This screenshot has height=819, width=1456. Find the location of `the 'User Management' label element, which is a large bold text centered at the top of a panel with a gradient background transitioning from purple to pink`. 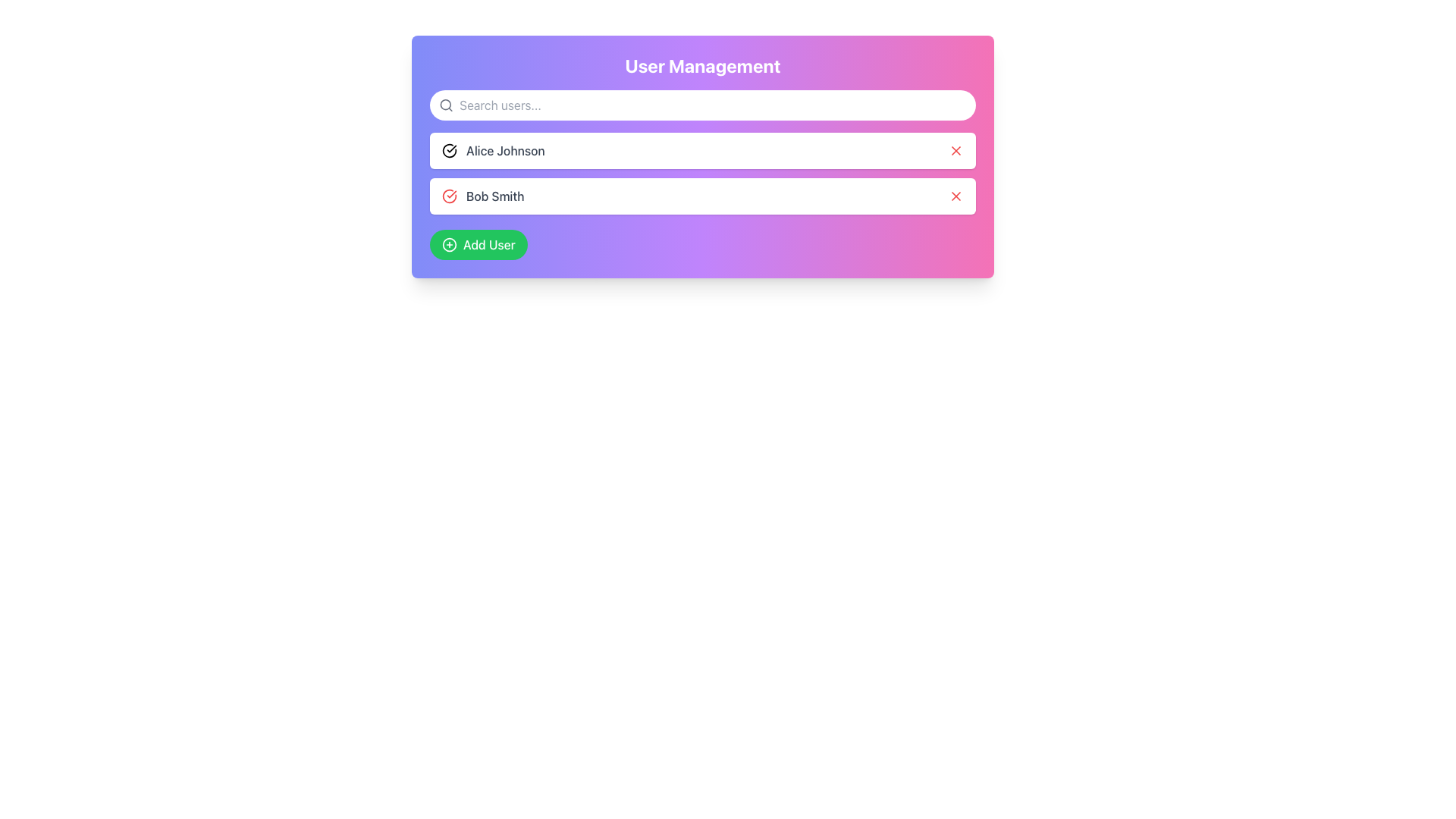

the 'User Management' label element, which is a large bold text centered at the top of a panel with a gradient background transitioning from purple to pink is located at coordinates (701, 65).